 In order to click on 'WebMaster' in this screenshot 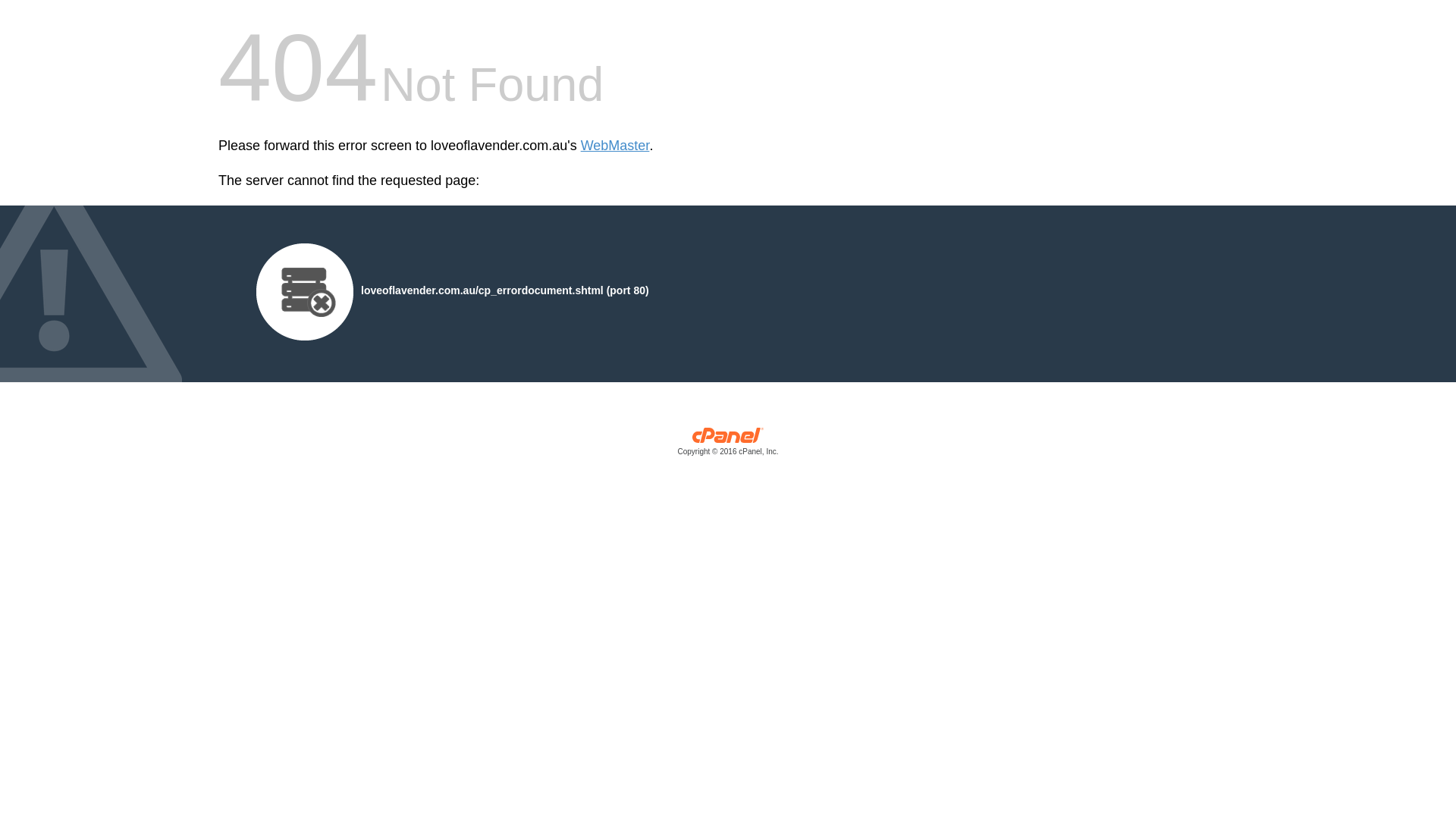, I will do `click(580, 146)`.